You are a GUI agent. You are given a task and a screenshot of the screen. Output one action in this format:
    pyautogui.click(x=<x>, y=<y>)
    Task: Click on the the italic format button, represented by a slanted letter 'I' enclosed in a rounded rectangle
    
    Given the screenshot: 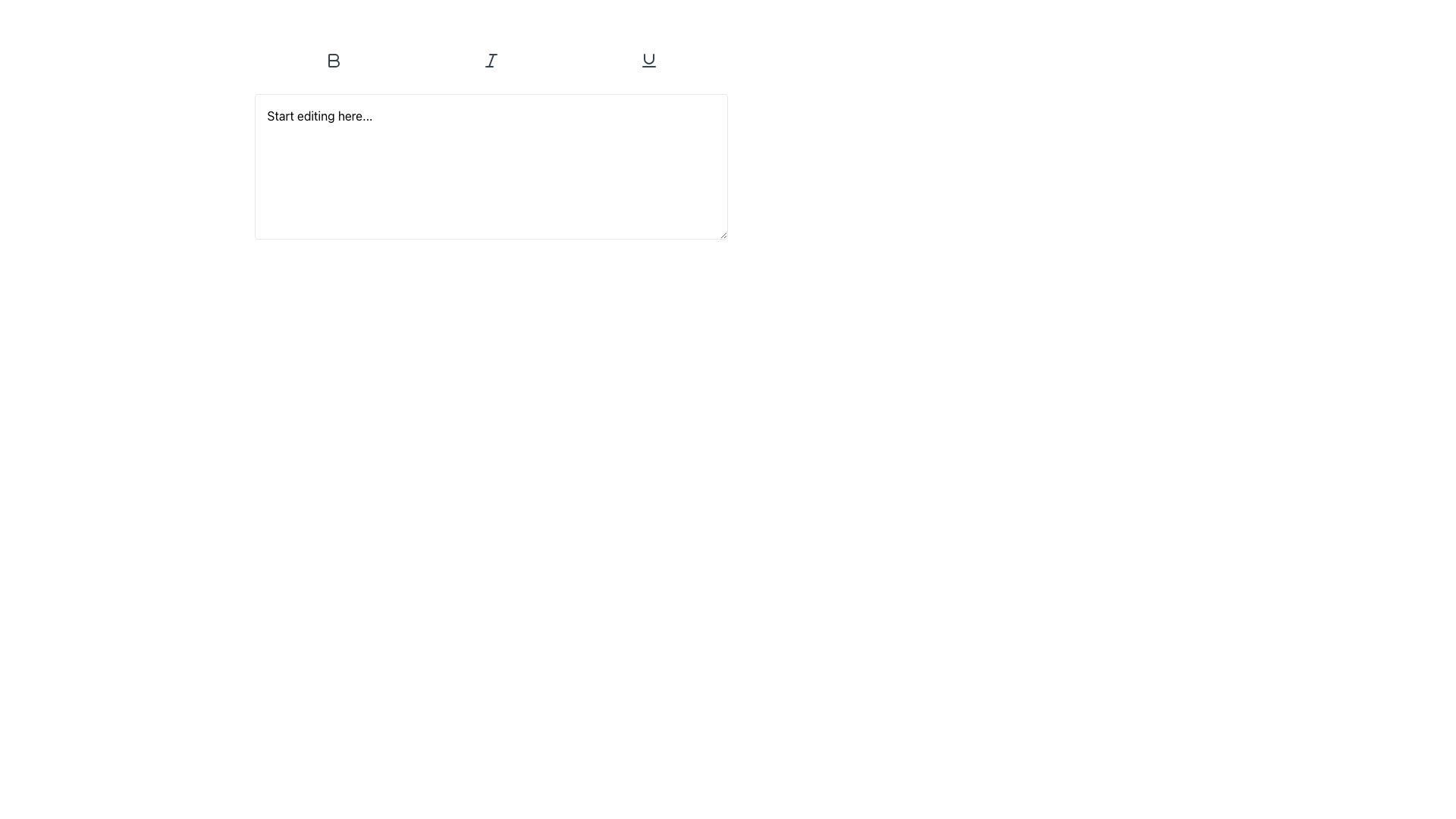 What is the action you would take?
    pyautogui.click(x=491, y=60)
    